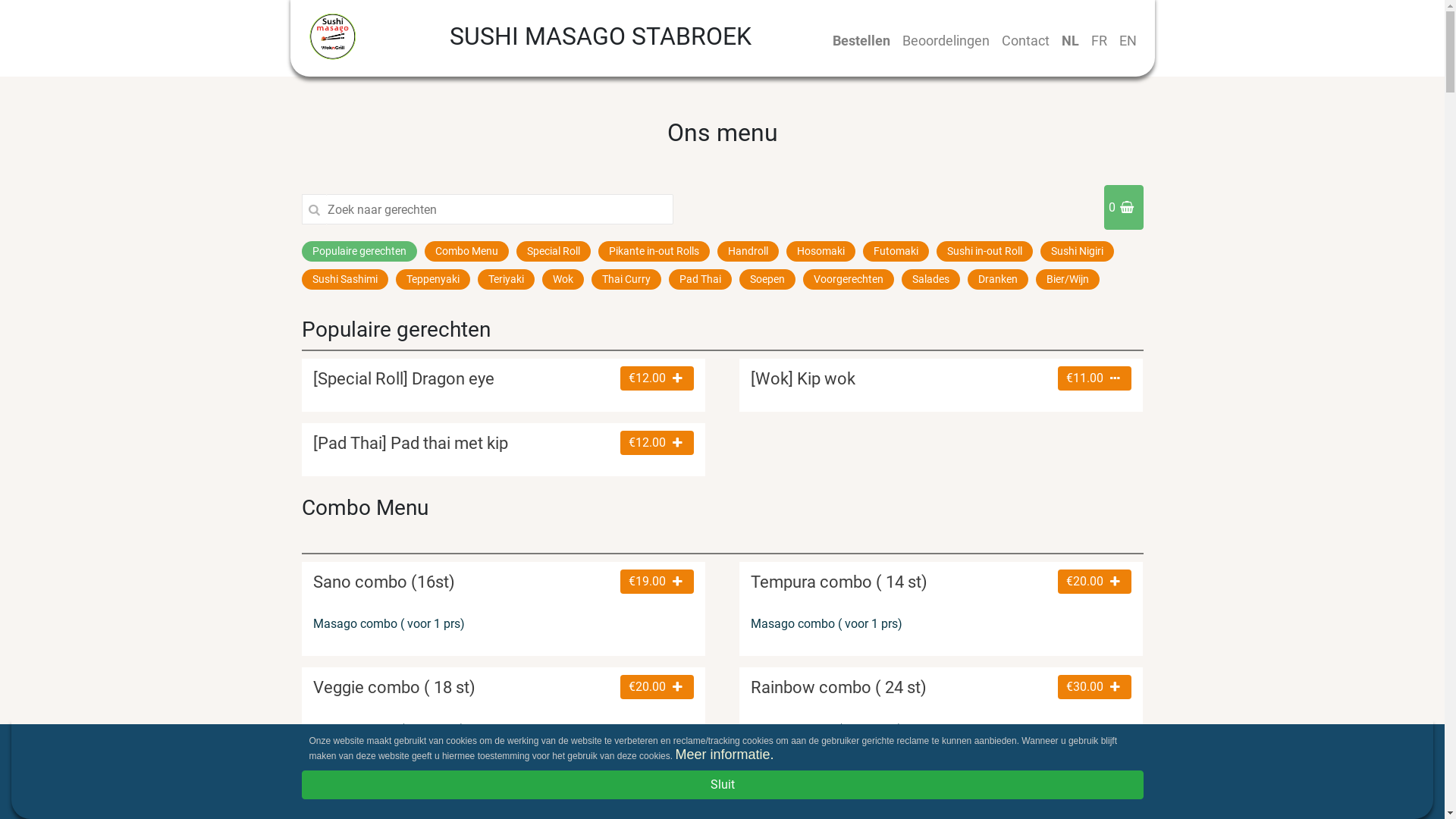 This screenshot has width=1456, height=819. What do you see at coordinates (1123, 207) in the screenshot?
I see `'0'` at bounding box center [1123, 207].